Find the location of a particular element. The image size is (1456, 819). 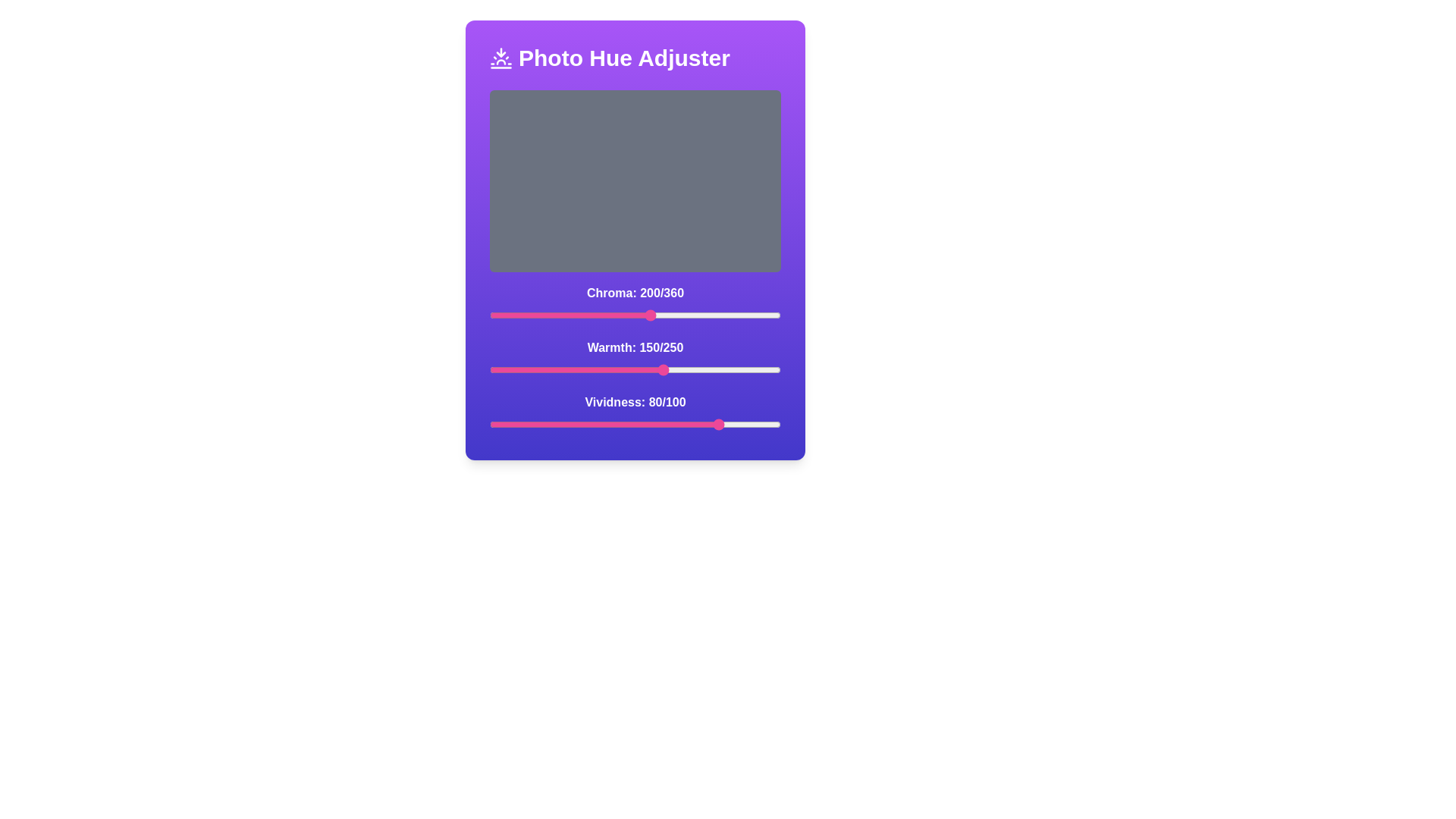

the vividness slider to 51 value is located at coordinates (638, 424).